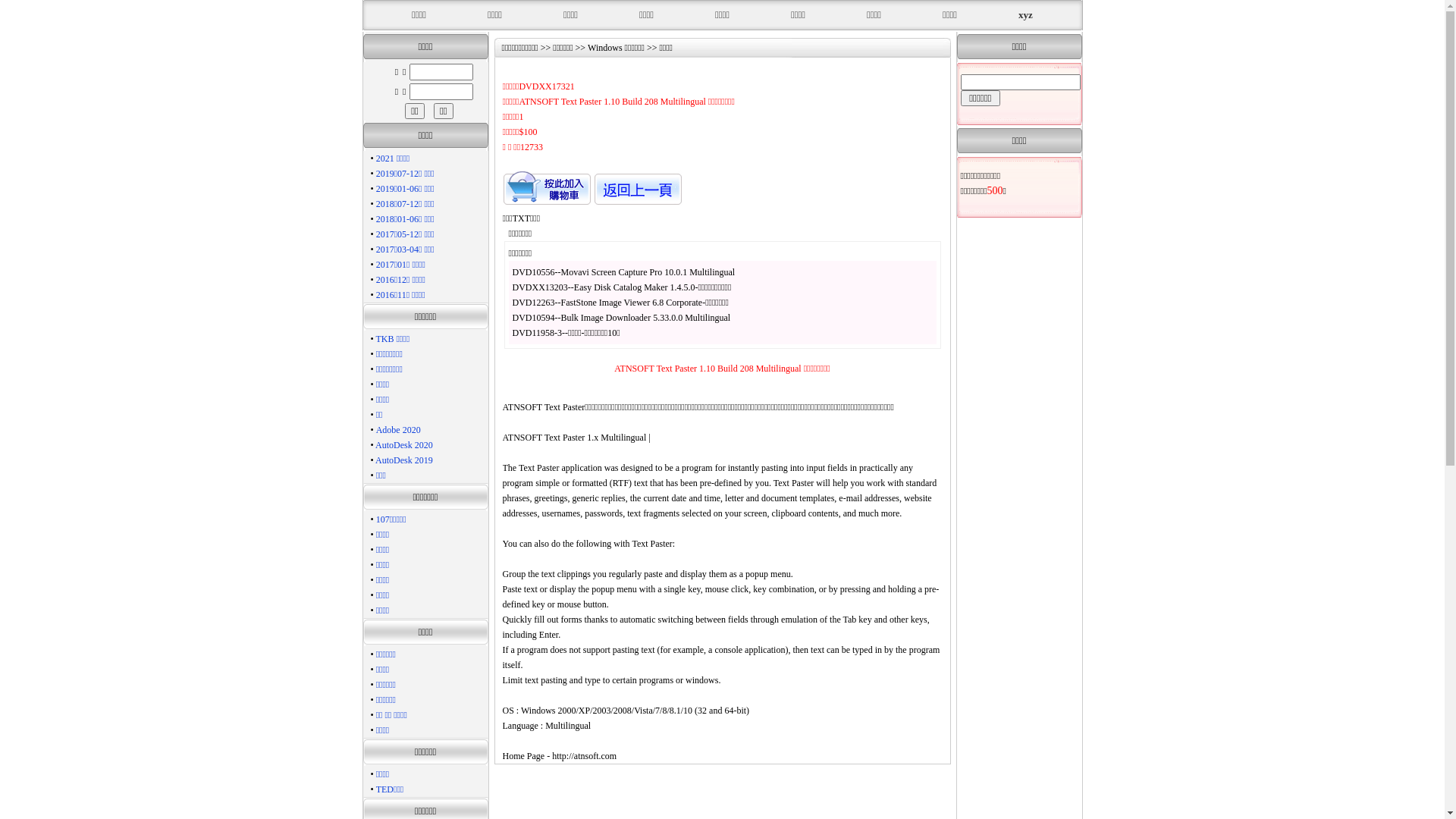 The height and width of the screenshot is (819, 1456). Describe the element at coordinates (375, 444) in the screenshot. I see `'AutoDesk 2020'` at that location.